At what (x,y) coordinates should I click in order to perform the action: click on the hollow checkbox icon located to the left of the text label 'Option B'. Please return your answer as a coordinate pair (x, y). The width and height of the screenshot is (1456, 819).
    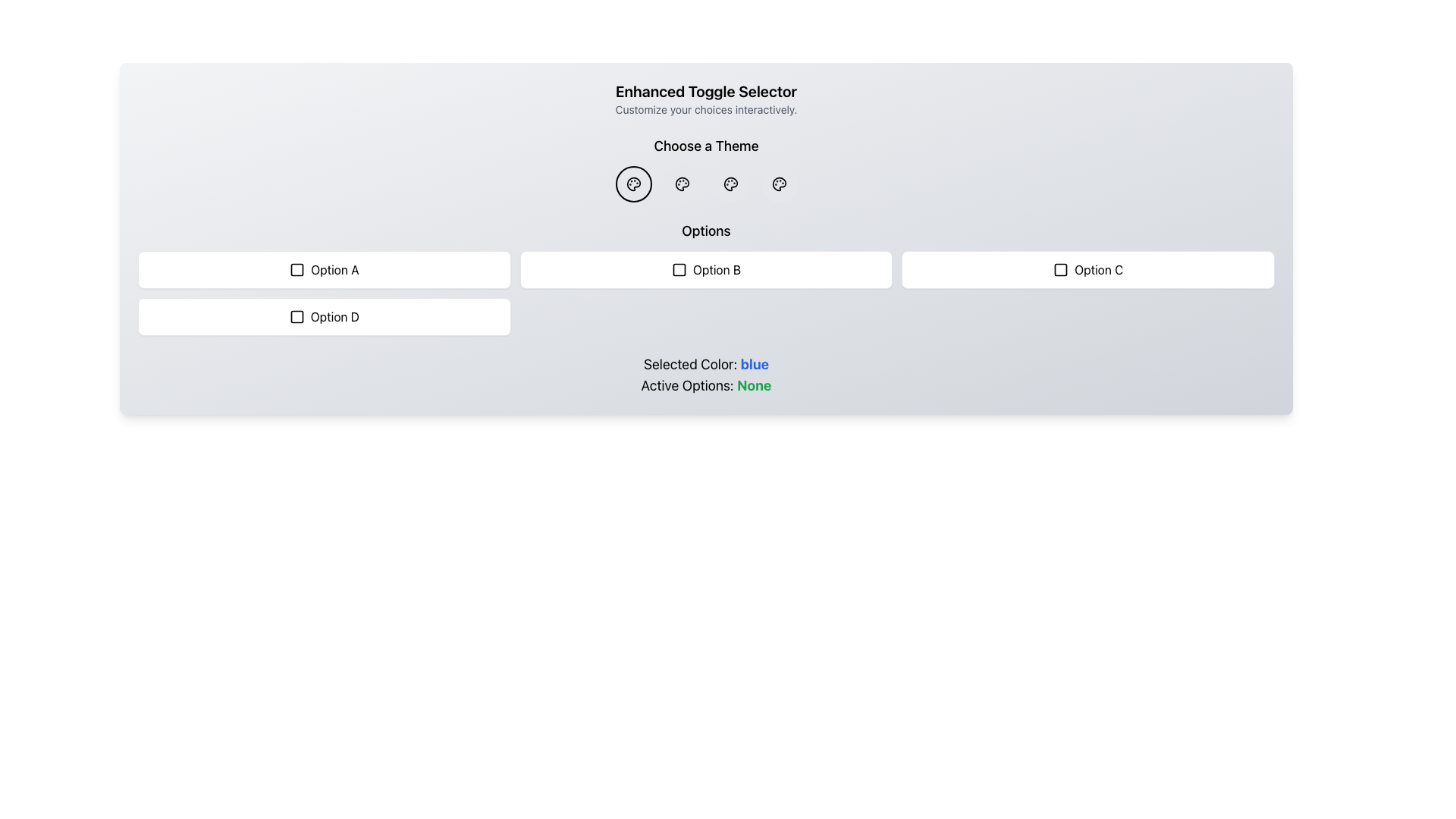
    Looking at the image, I should click on (678, 268).